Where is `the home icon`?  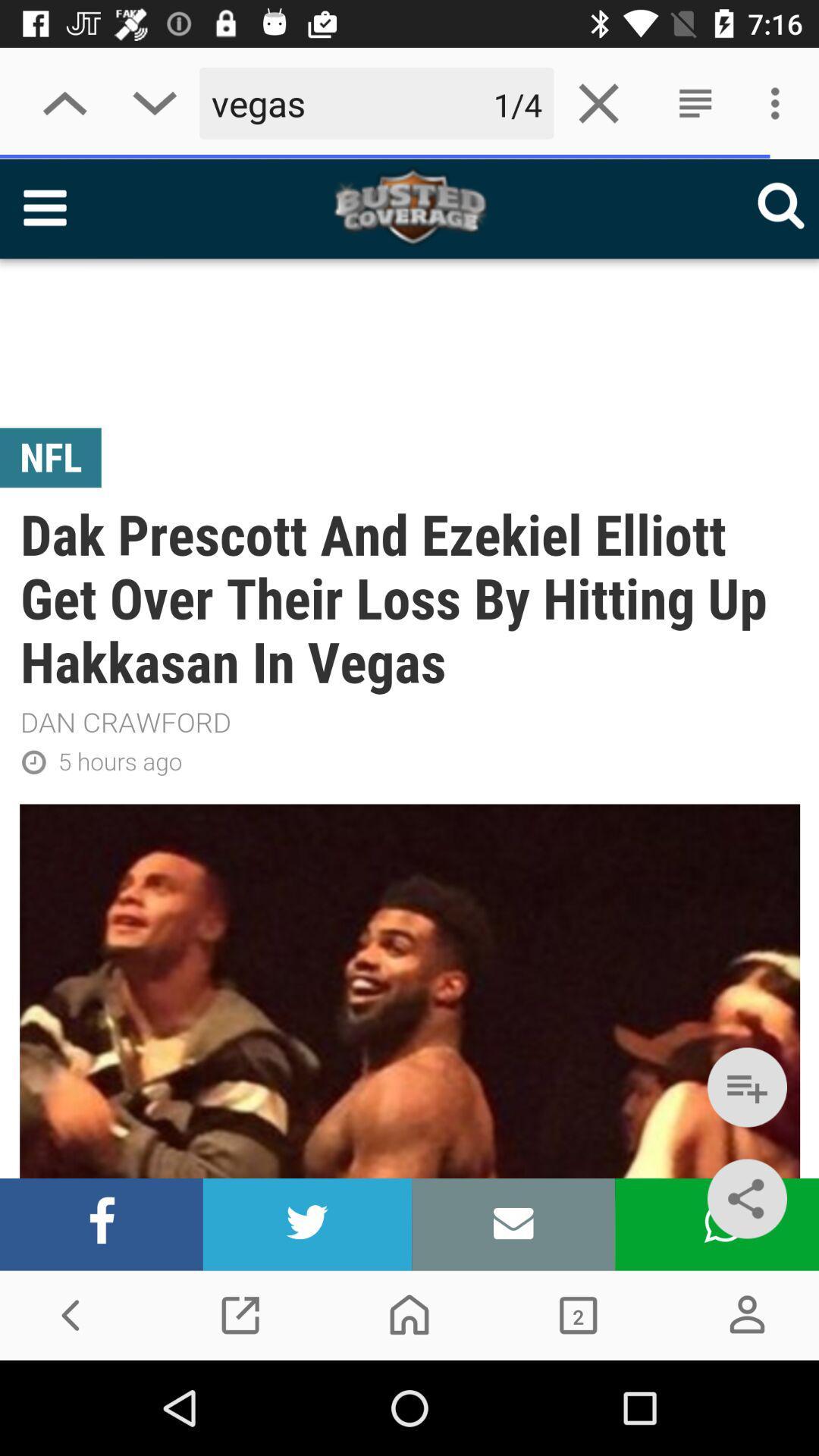 the home icon is located at coordinates (409, 1314).